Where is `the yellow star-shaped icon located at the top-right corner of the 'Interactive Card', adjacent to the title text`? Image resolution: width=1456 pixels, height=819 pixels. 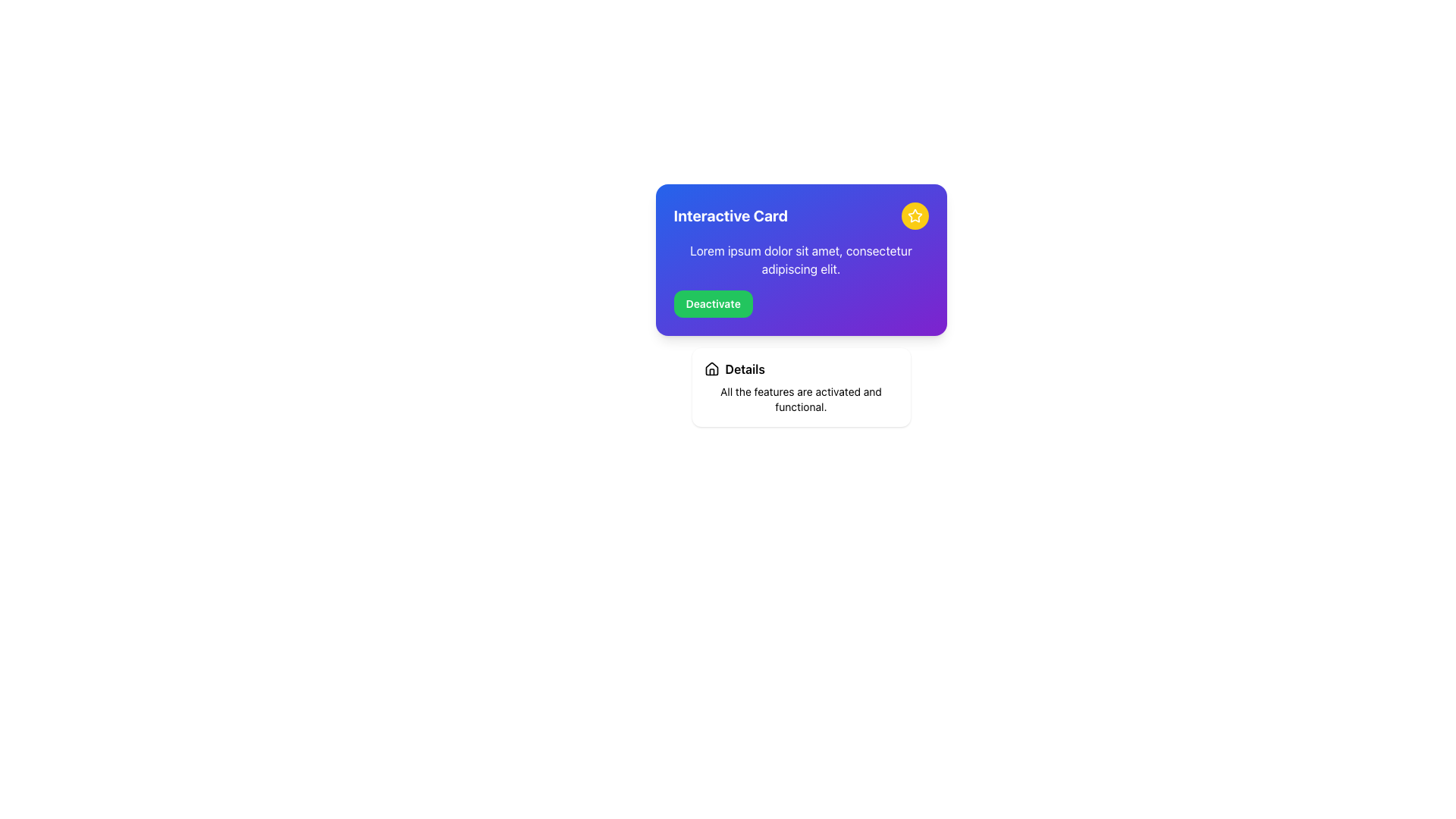 the yellow star-shaped icon located at the top-right corner of the 'Interactive Card', adjacent to the title text is located at coordinates (914, 215).